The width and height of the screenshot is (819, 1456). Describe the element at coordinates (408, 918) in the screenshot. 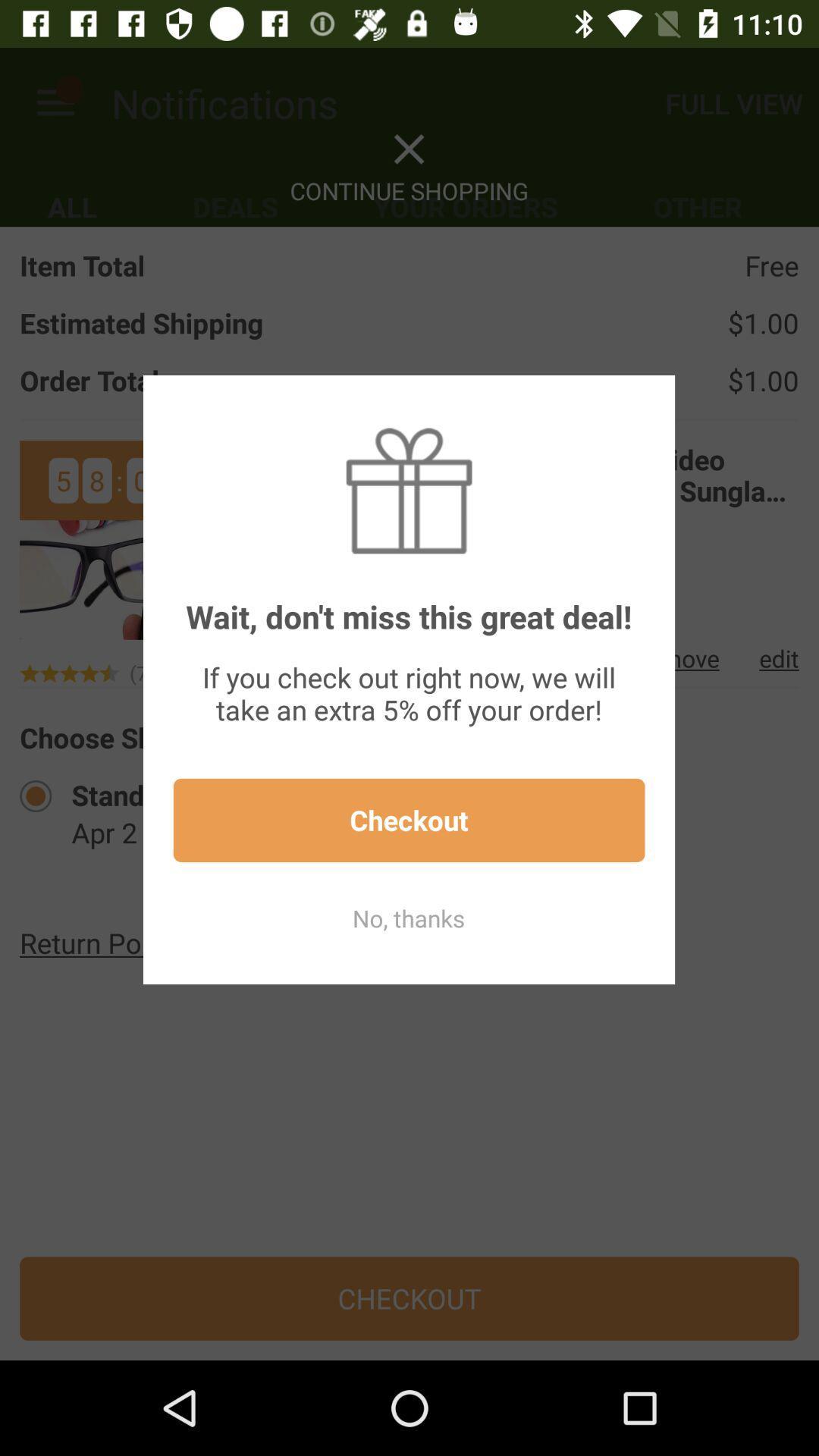

I see `the item below the checkout icon` at that location.